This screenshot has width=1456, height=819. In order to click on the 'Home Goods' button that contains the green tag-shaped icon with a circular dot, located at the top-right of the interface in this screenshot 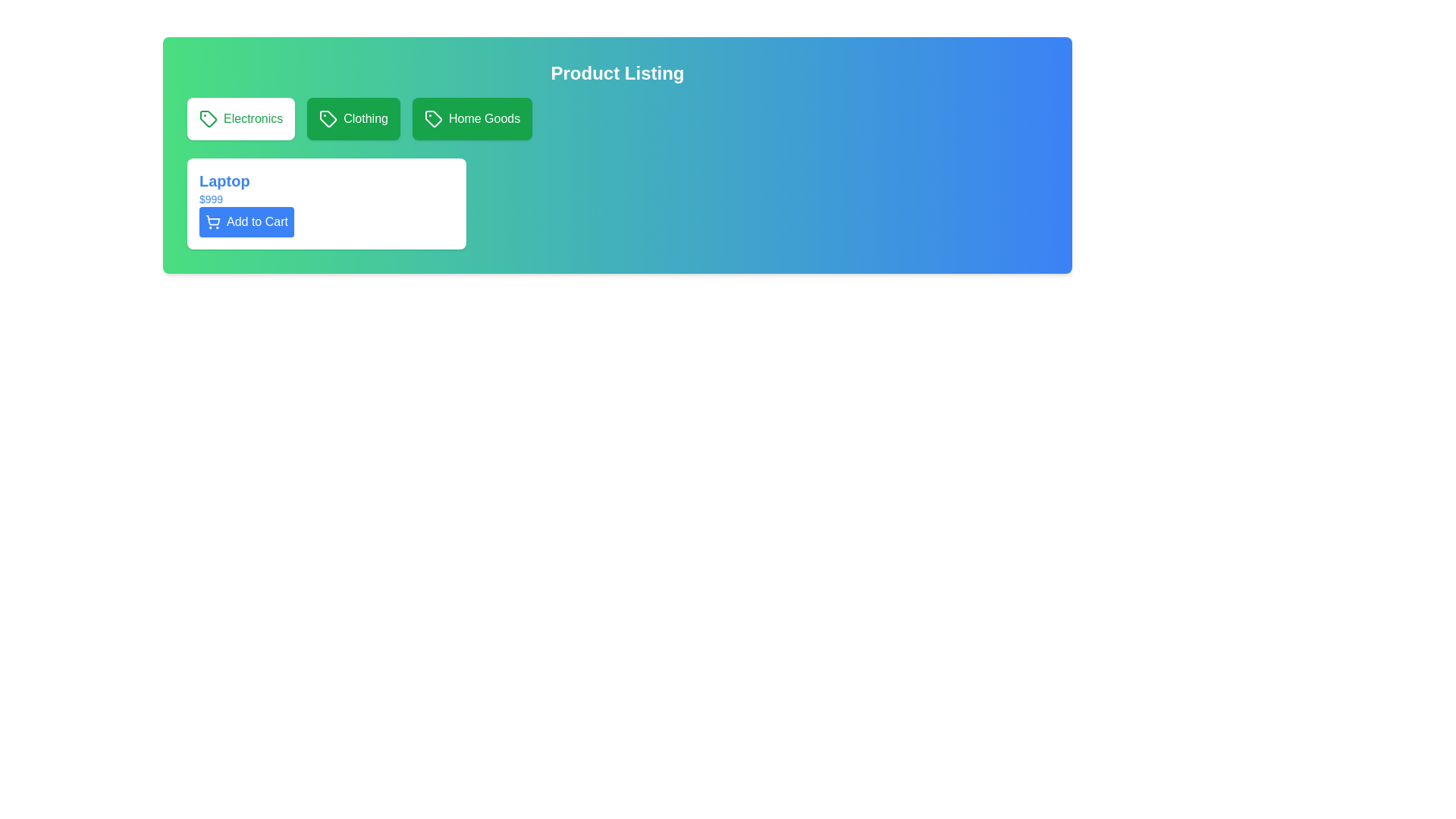, I will do `click(432, 118)`.